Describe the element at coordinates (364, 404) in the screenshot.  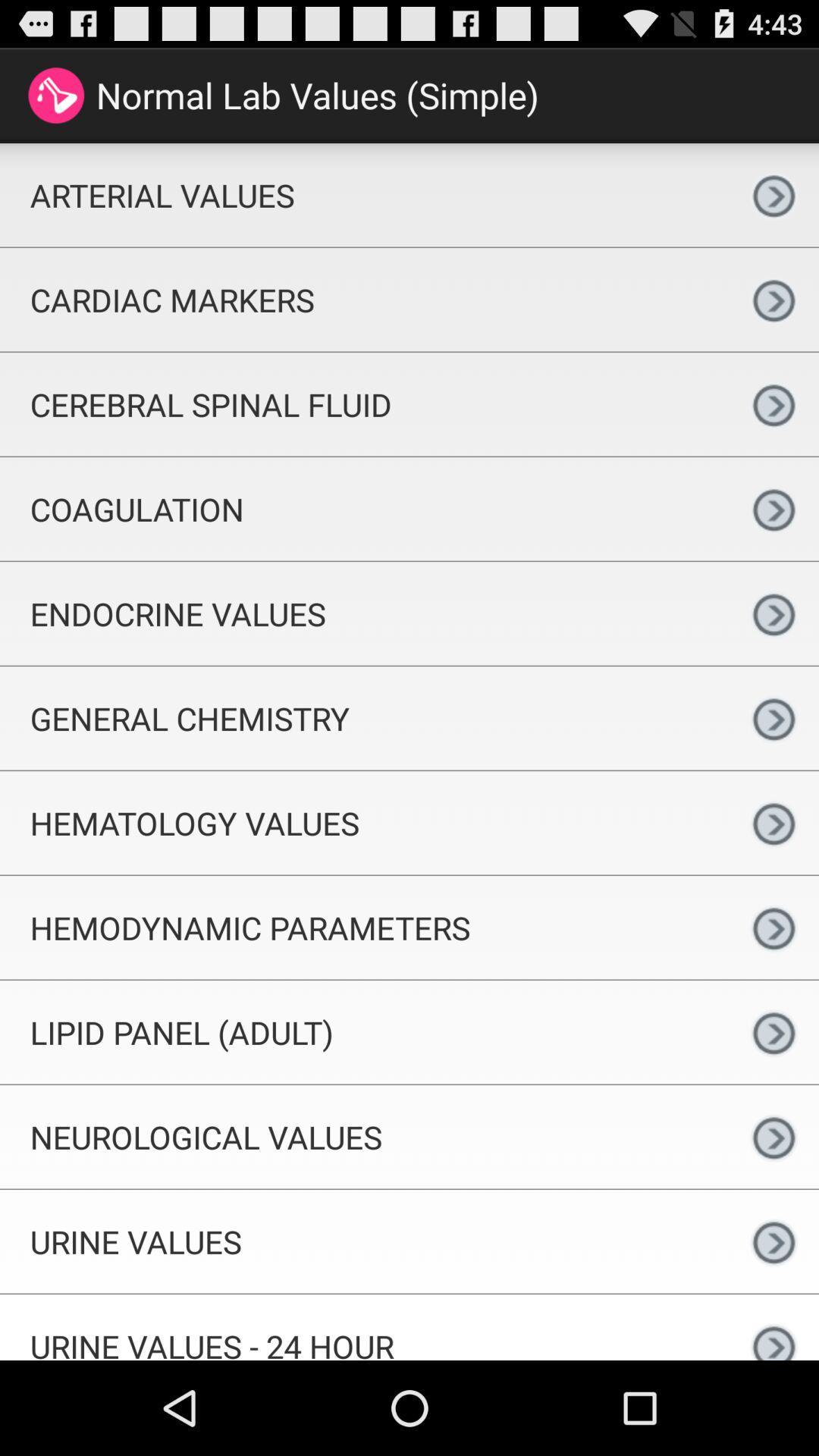
I see `the cerebral spinal fluid` at that location.